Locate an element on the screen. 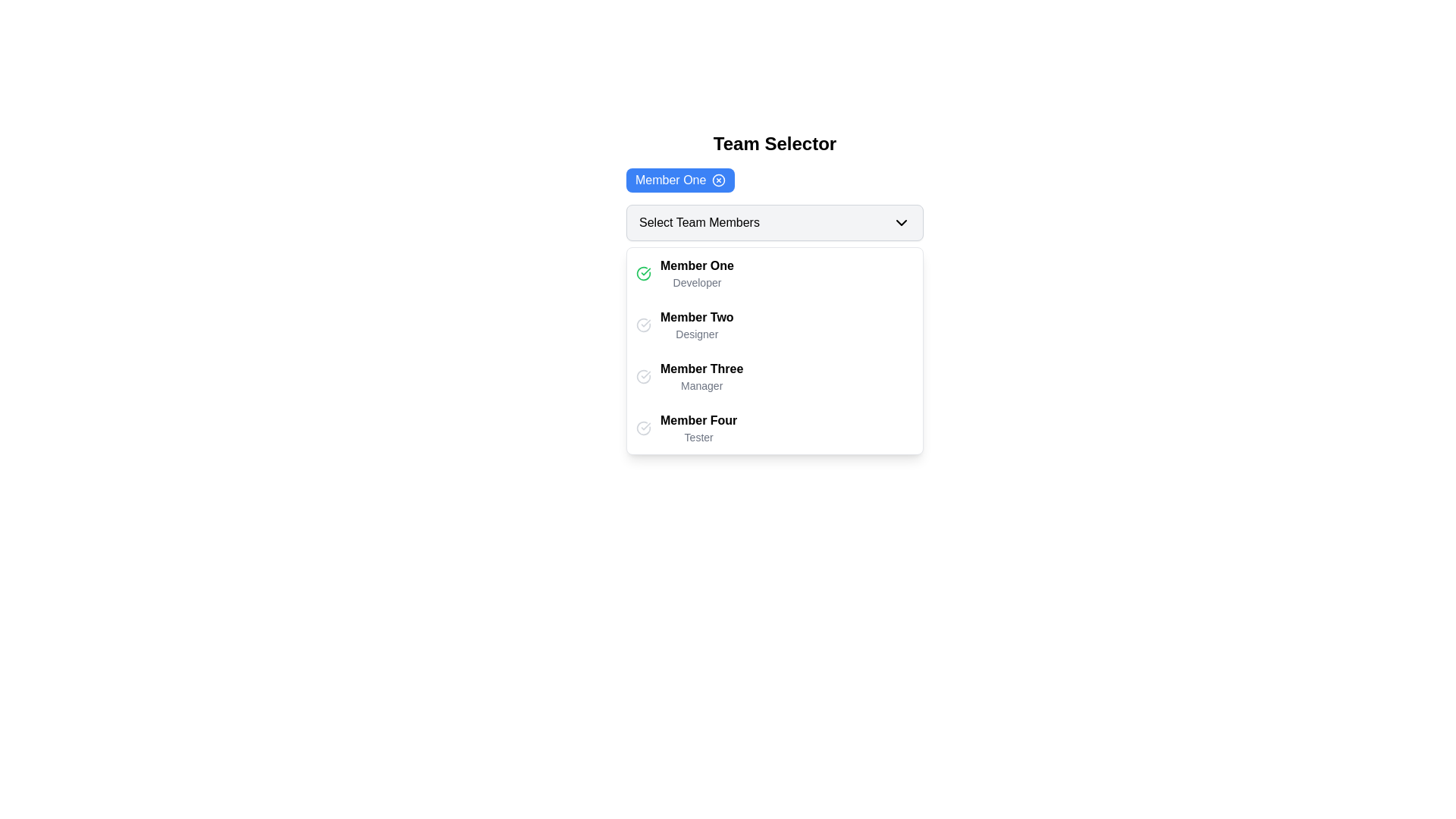 This screenshot has width=1456, height=819. the Status indicator icon located at the leftmost end of the list item for 'Member Two', which visually indicates the status or selection state of the associated item is located at coordinates (644, 324).